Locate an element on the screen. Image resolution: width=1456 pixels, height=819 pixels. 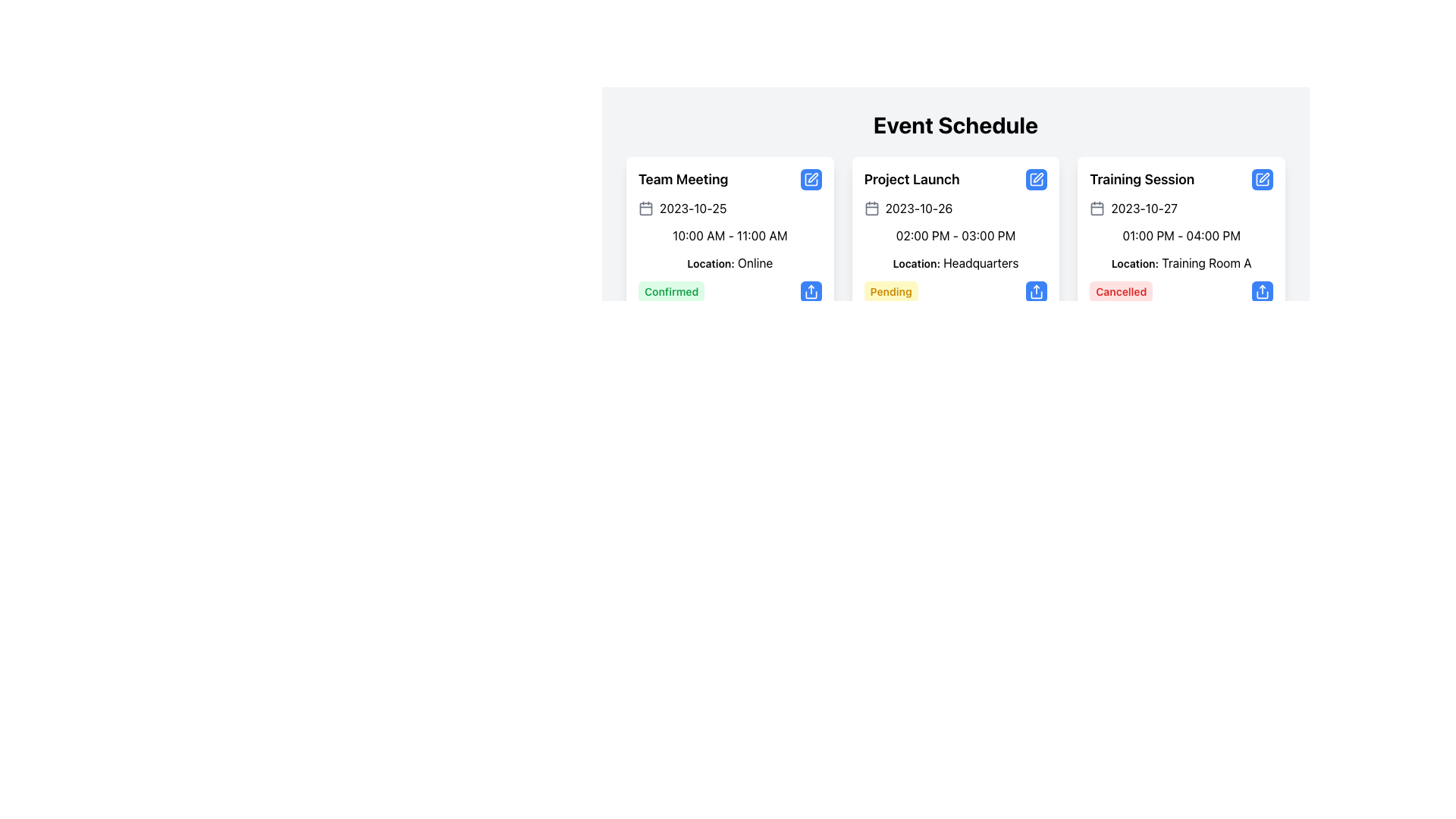
the label with red background and text reading 'Cancelled', located at the bottom-right corner of the 'Training Session' card is located at coordinates (1121, 292).